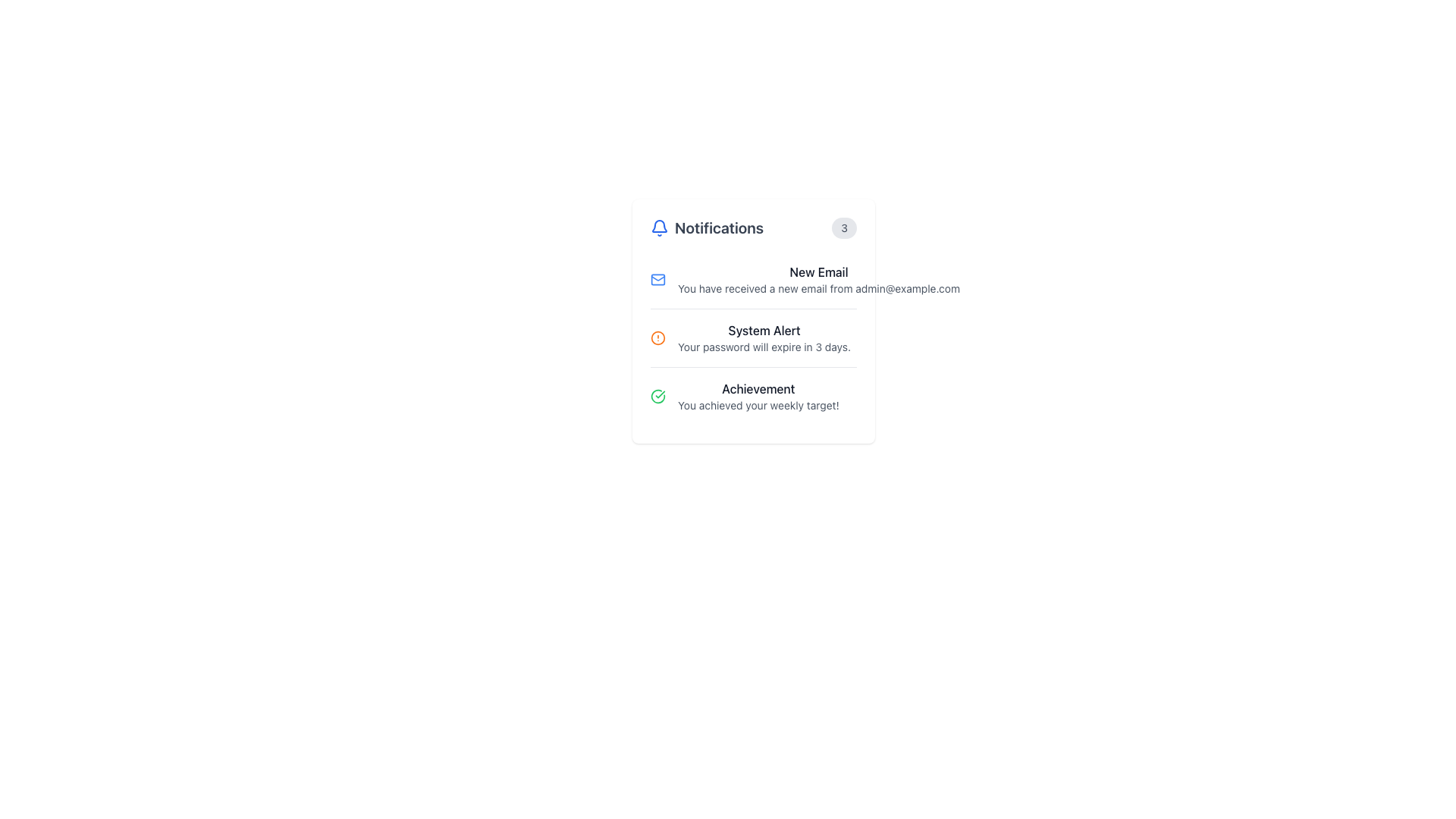 Image resolution: width=1456 pixels, height=819 pixels. Describe the element at coordinates (764, 337) in the screenshot. I see `second notification item in the vertically stacked notification list, which informs users about an upcoming event (password expiration in 3 days)` at that location.